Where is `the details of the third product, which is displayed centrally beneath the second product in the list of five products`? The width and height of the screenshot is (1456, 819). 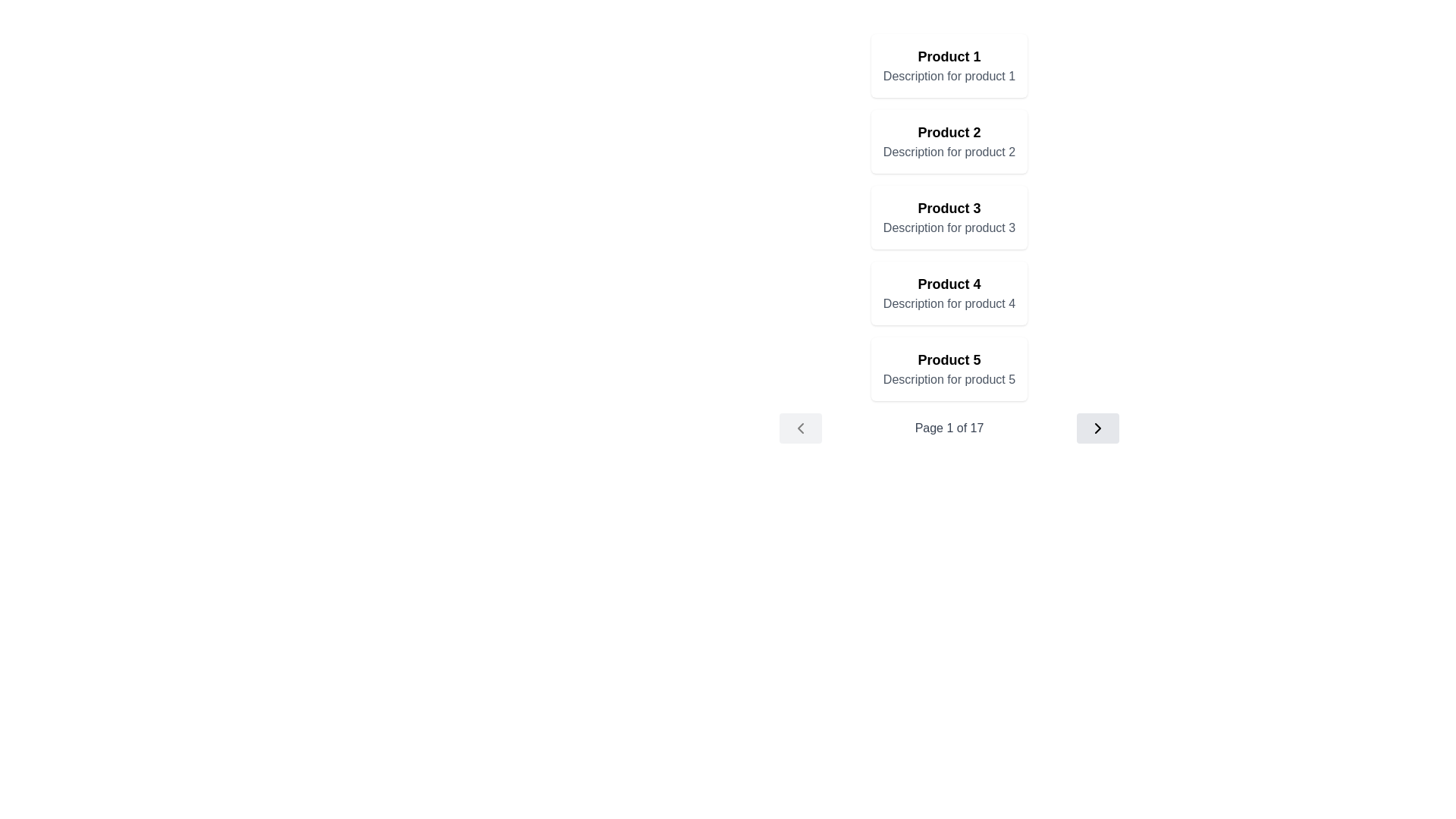
the details of the third product, which is displayed centrally beneath the second product in the list of five products is located at coordinates (949, 217).